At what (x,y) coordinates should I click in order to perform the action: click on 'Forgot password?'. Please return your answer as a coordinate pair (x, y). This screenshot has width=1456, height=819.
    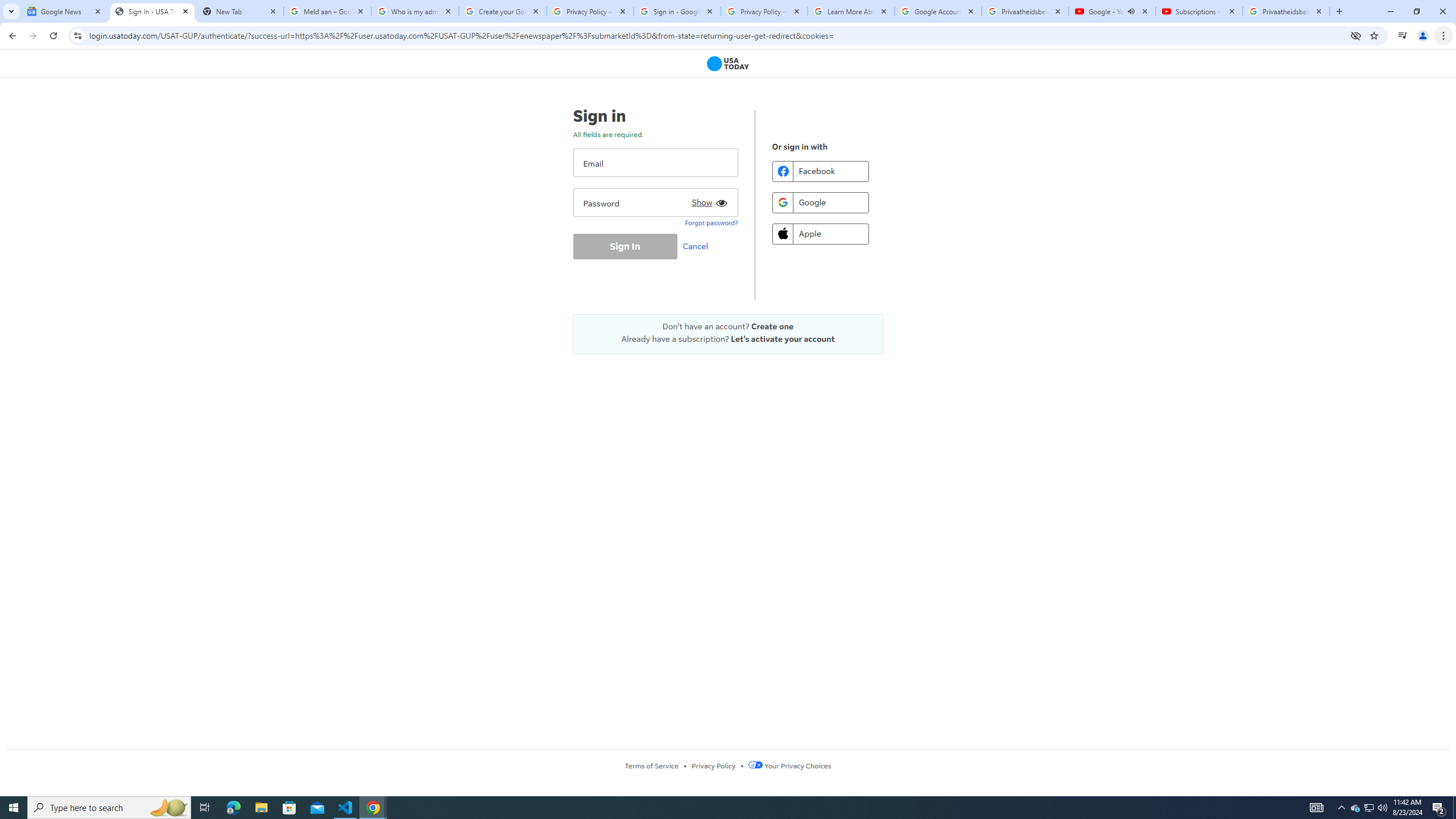
    Looking at the image, I should click on (711, 222).